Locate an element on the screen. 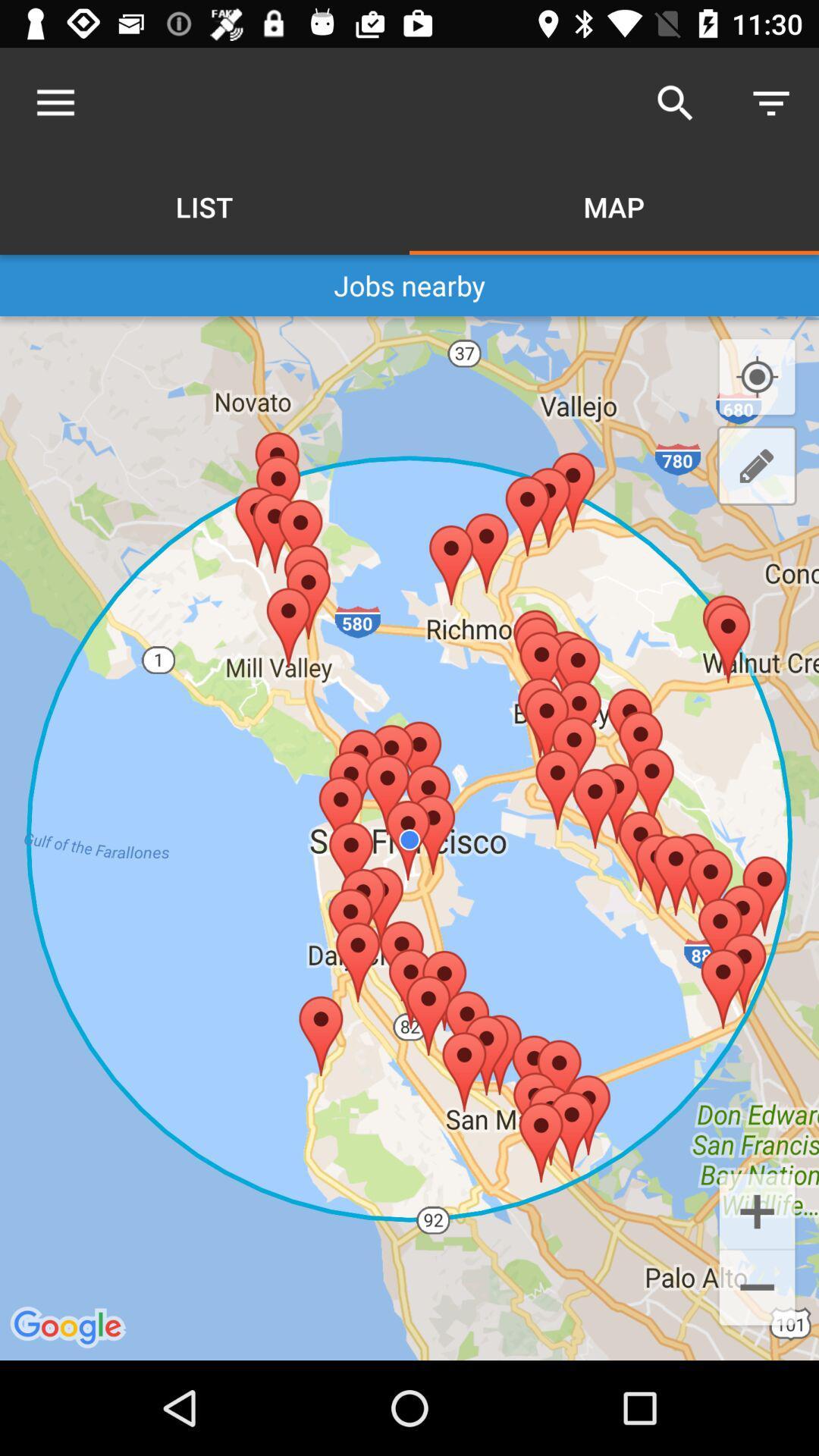  icon above the jobs nearby item is located at coordinates (55, 102).